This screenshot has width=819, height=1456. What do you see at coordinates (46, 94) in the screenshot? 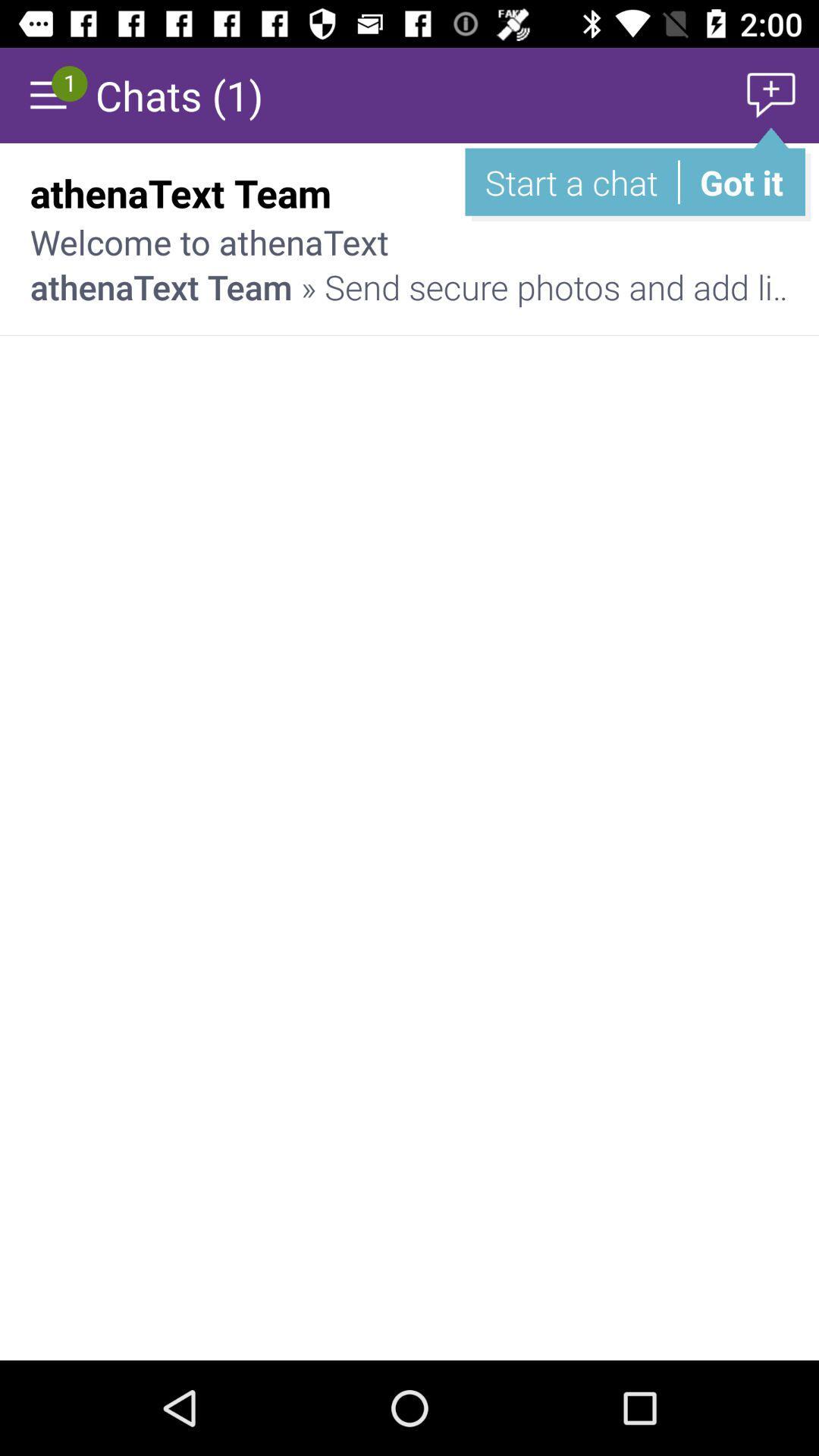
I see `setting page` at bounding box center [46, 94].